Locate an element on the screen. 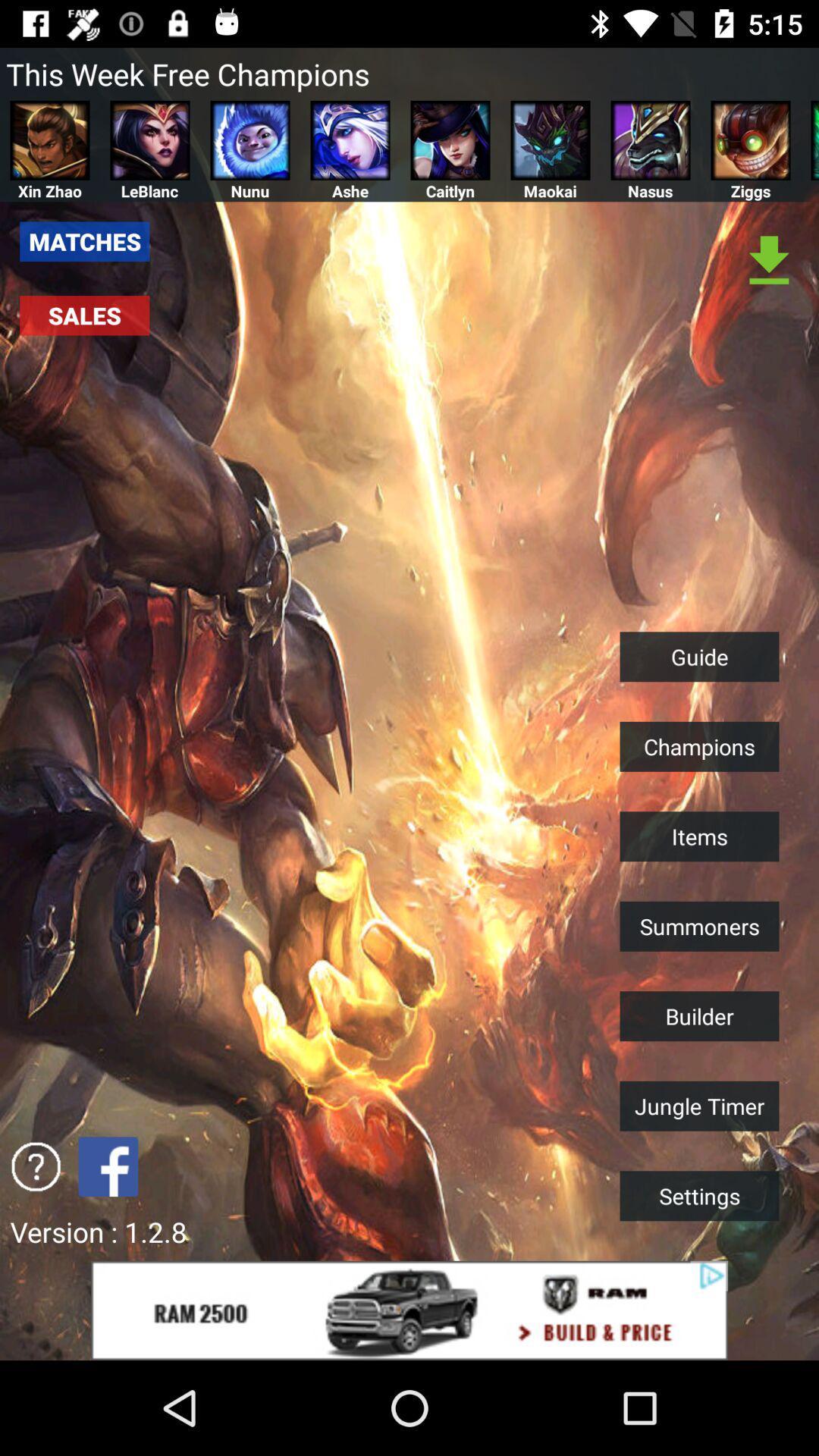 The image size is (819, 1456). click the add is located at coordinates (409, 1310).